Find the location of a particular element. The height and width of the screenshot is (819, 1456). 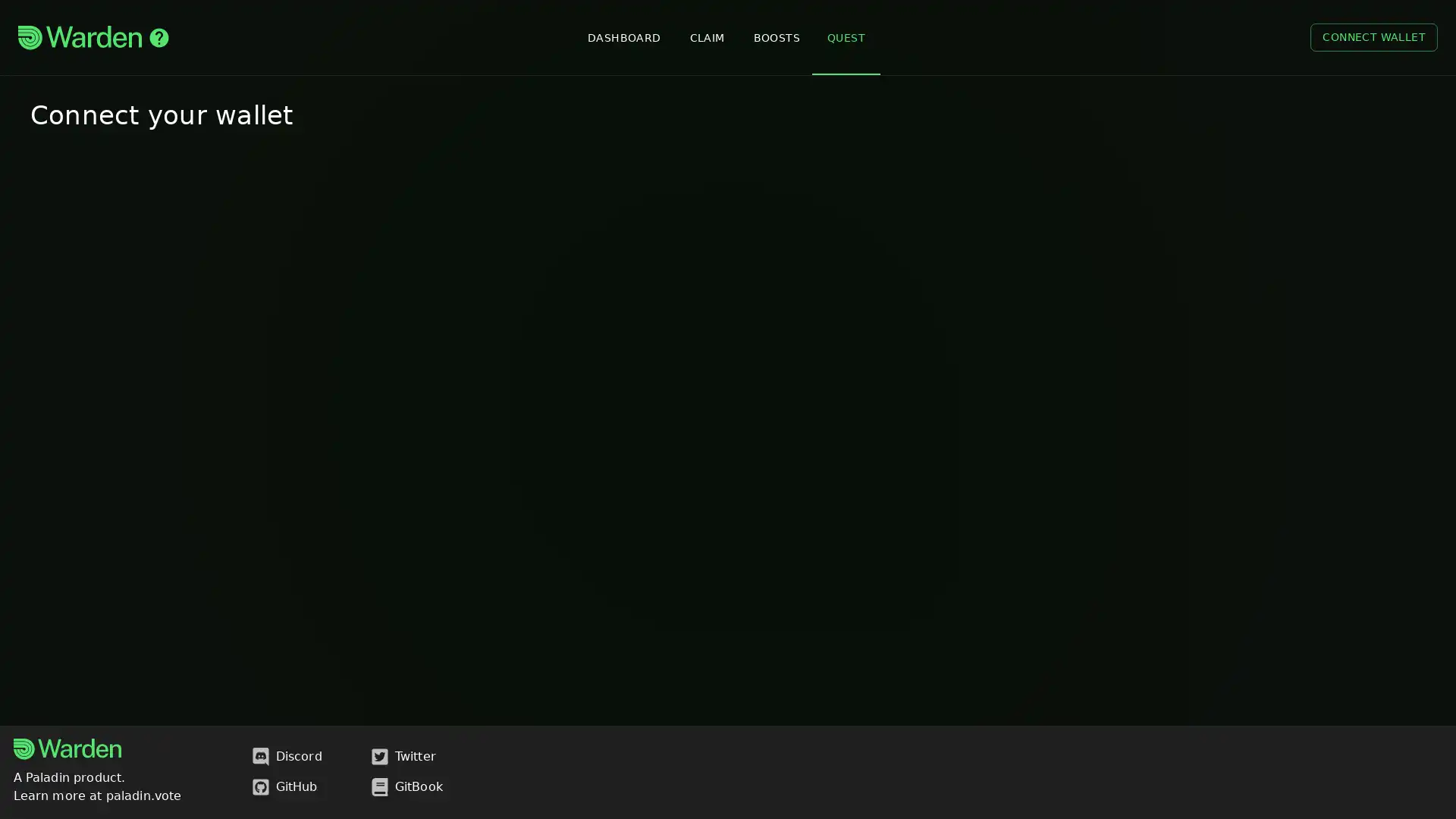

CONNECT WALLET is located at coordinates (1373, 36).